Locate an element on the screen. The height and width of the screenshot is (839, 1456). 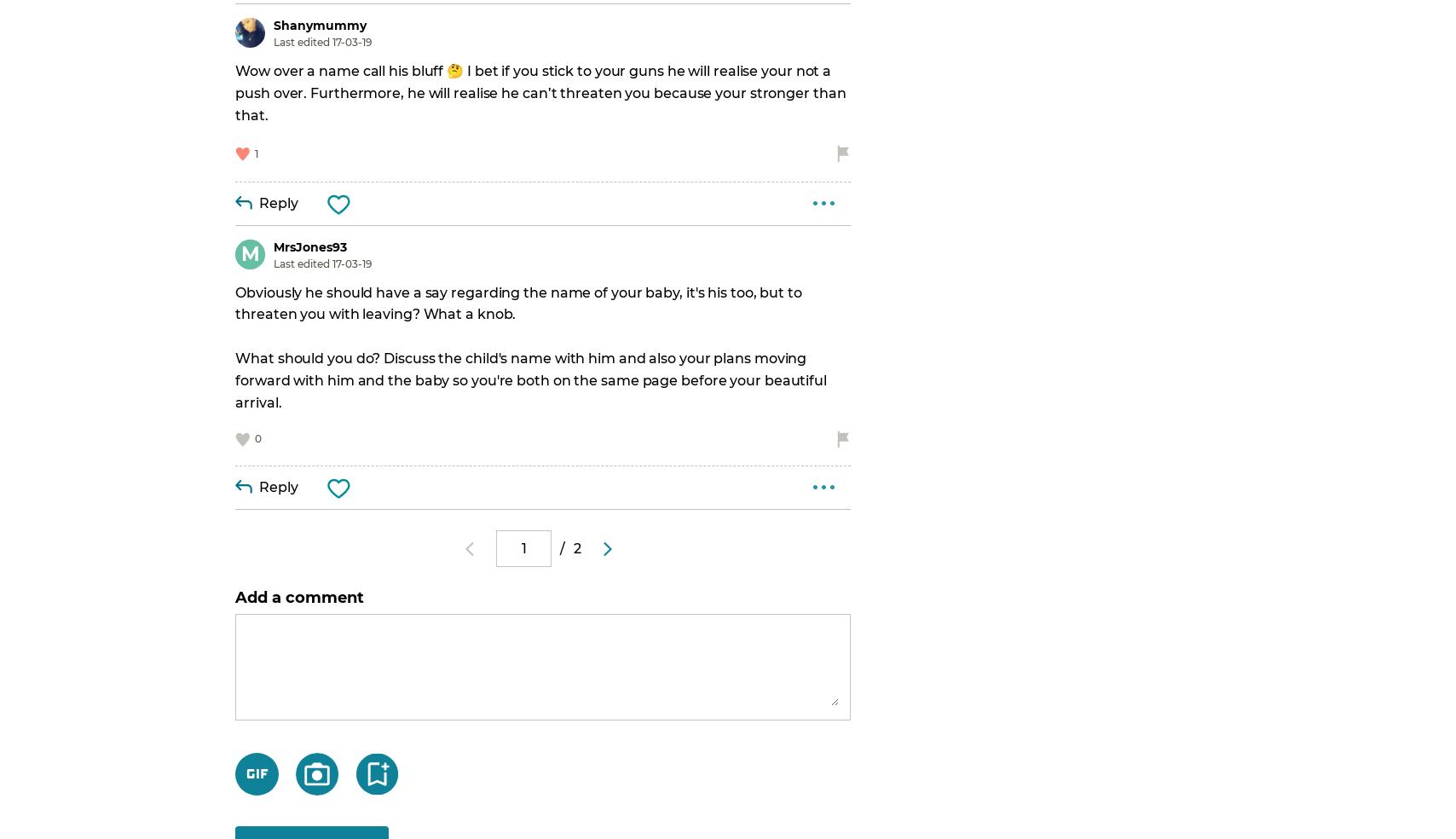
'm' is located at coordinates (249, 252).